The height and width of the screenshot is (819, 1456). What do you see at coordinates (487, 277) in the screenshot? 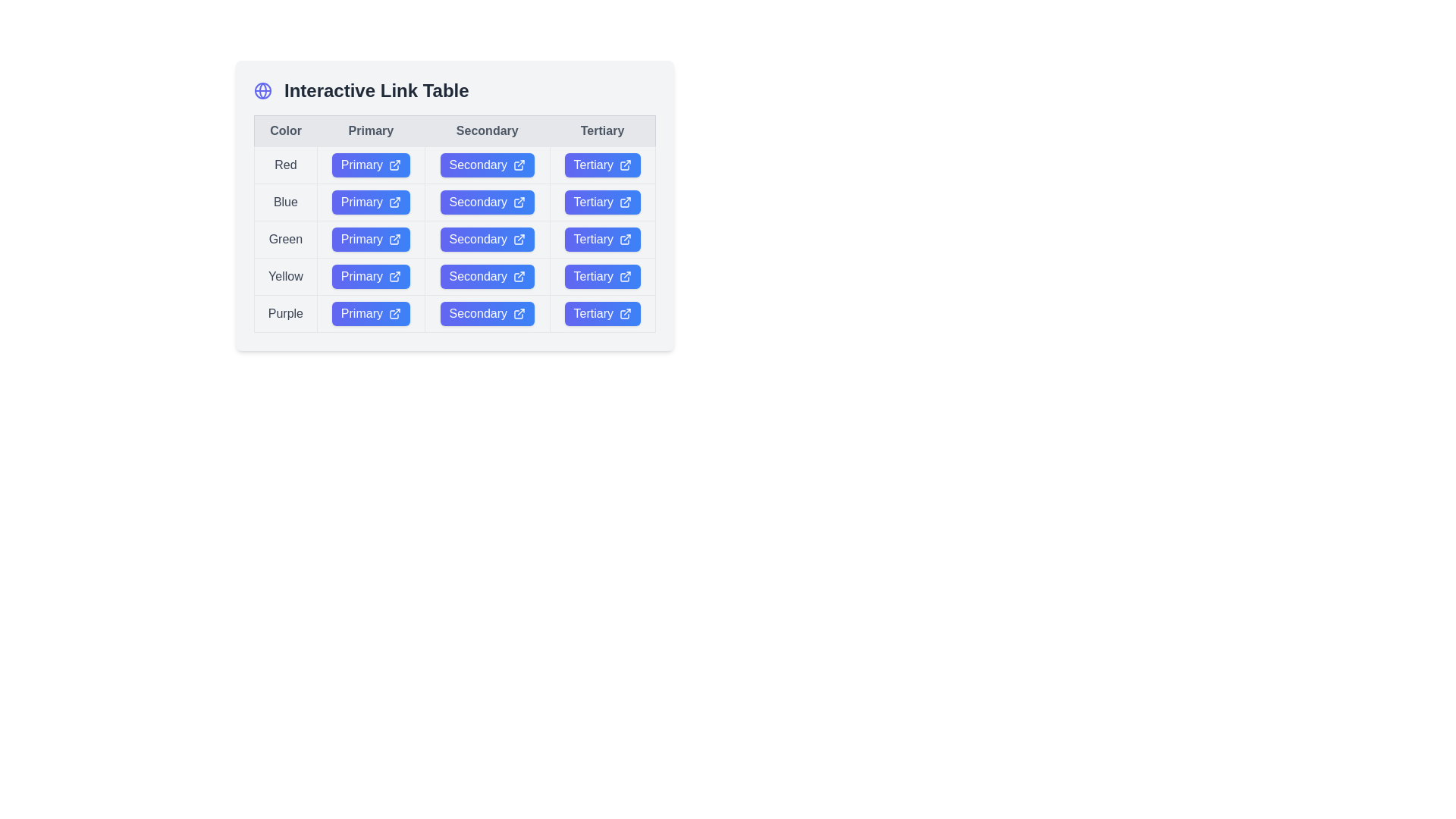
I see `the button with an external link icon located in the fourth row and second column of the 'Interactive Link Table'` at bounding box center [487, 277].